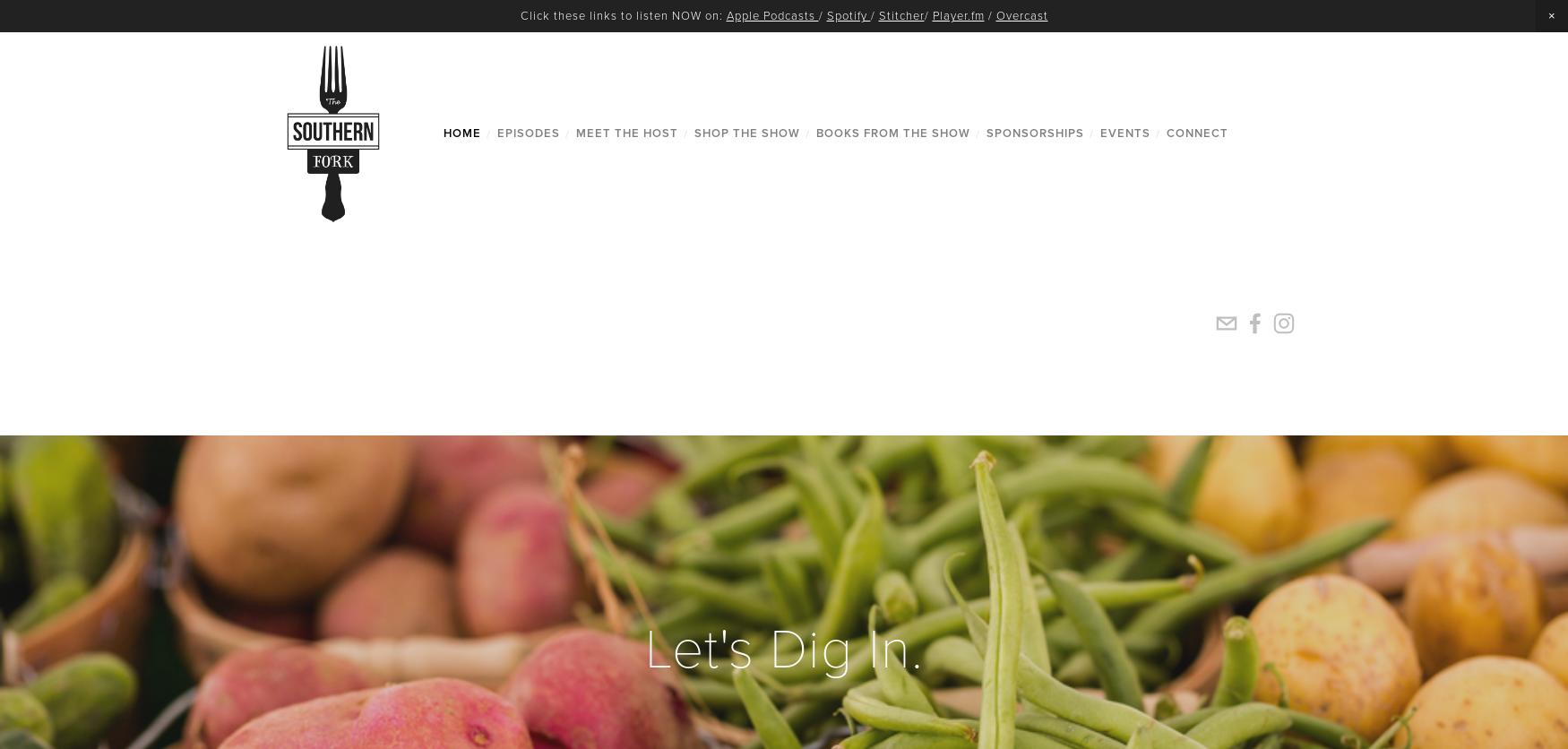 The height and width of the screenshot is (749, 1568). What do you see at coordinates (519, 15) in the screenshot?
I see `'Click these links to listen NOW  on:'` at bounding box center [519, 15].